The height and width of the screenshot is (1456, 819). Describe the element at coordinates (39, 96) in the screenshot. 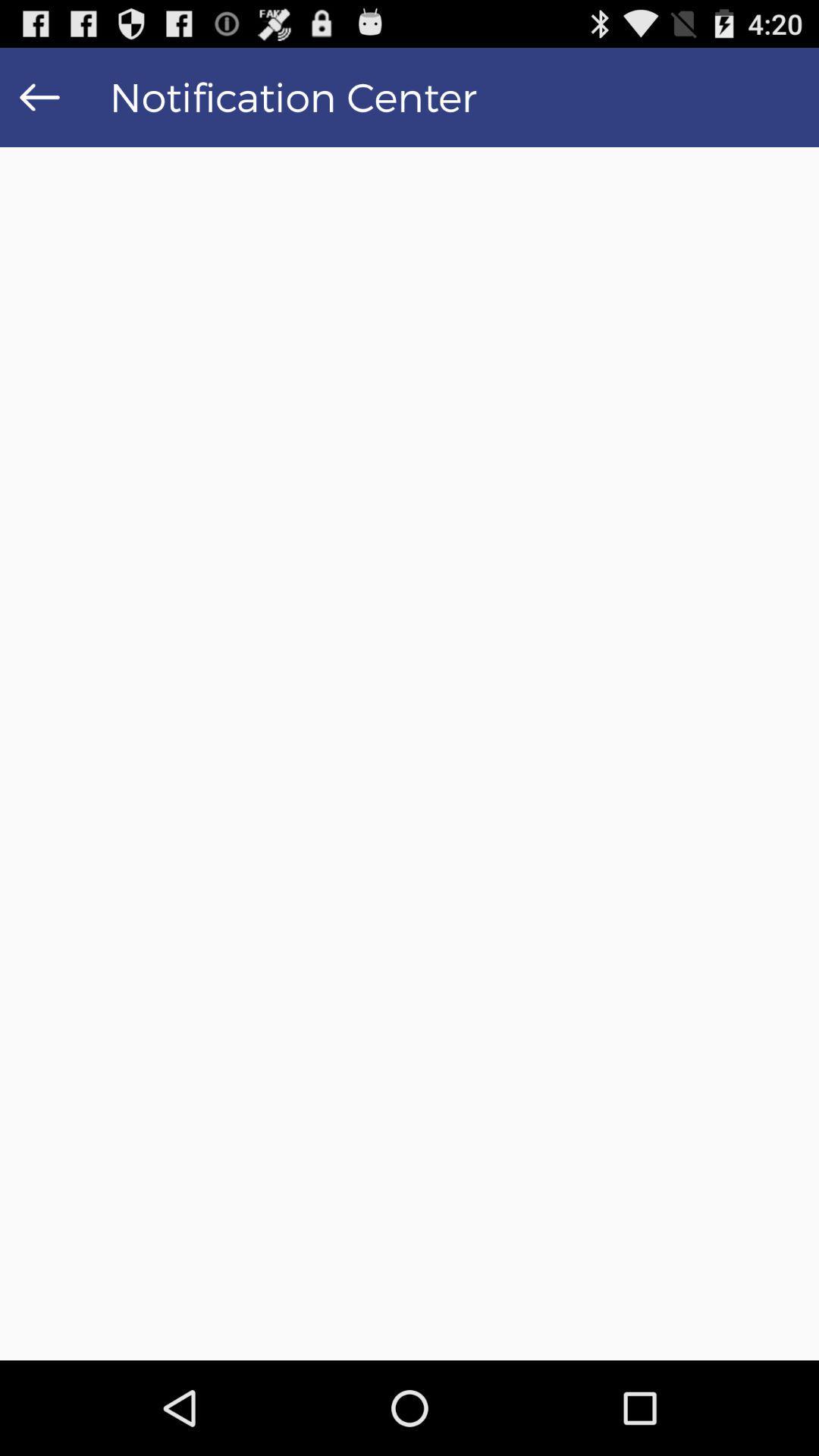

I see `go back` at that location.